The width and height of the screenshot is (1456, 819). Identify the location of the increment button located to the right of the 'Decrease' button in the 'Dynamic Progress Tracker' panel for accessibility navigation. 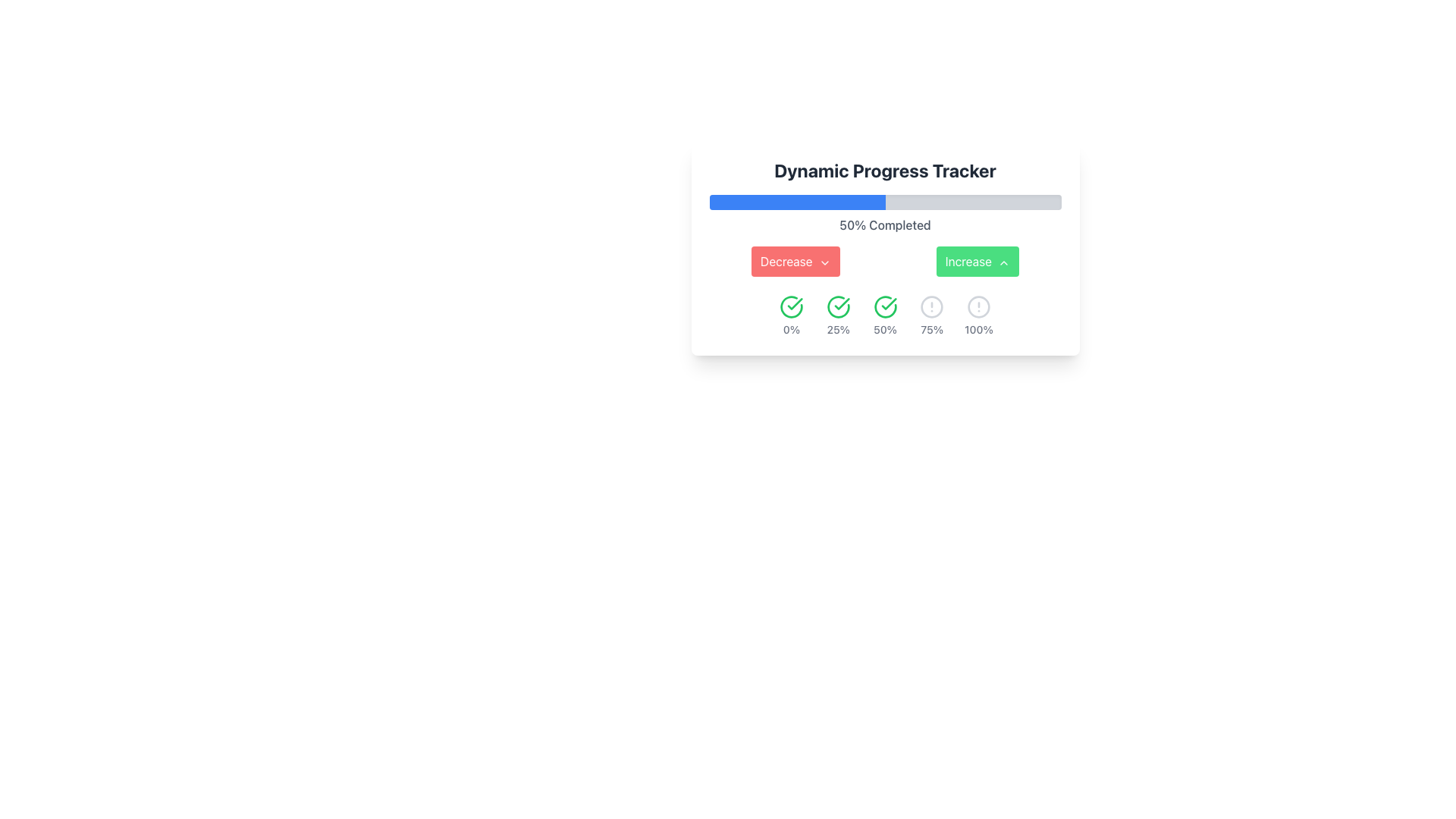
(977, 260).